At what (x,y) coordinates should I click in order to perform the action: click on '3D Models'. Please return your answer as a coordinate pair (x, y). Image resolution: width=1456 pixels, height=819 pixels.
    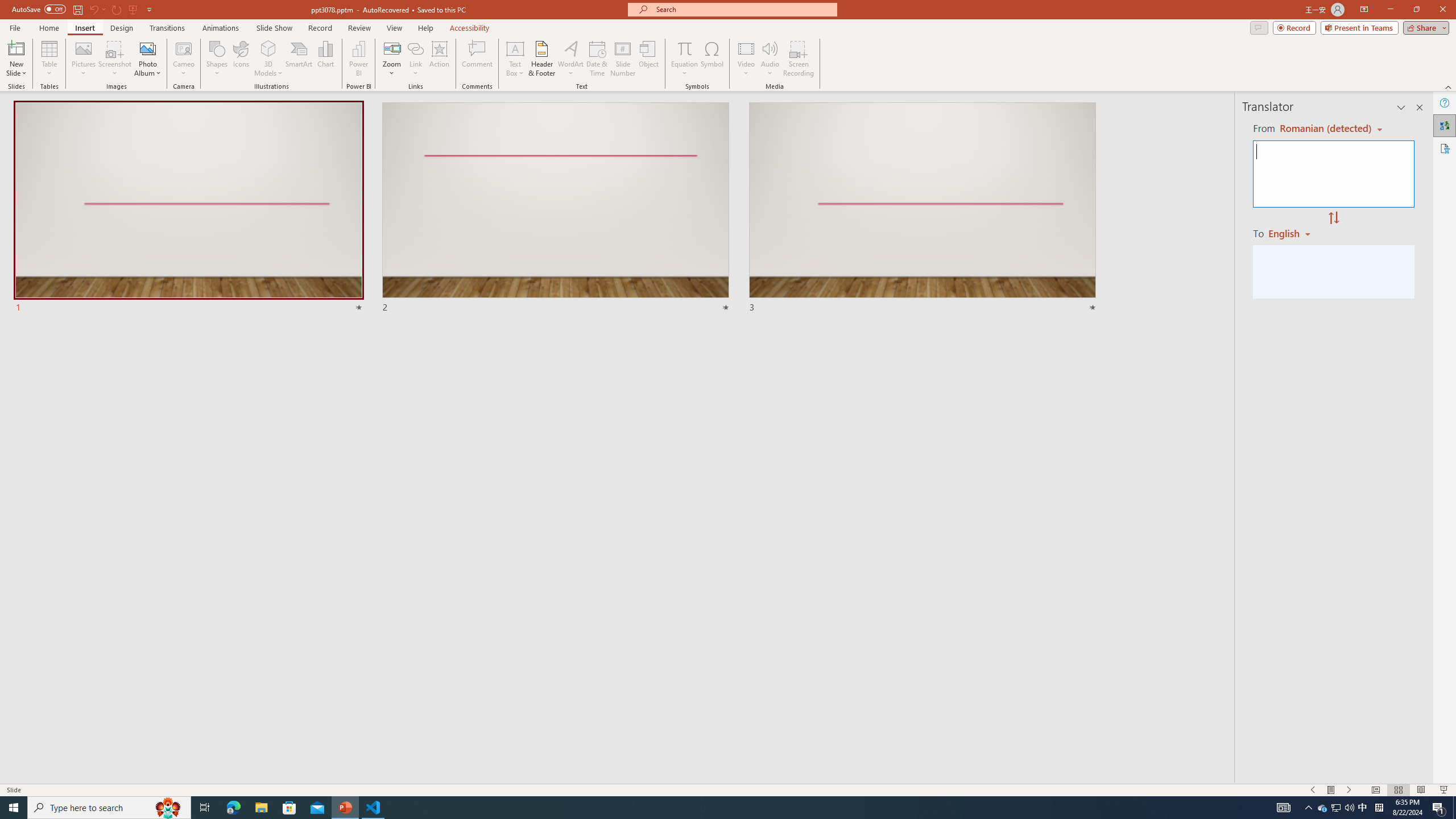
    Looking at the image, I should click on (268, 48).